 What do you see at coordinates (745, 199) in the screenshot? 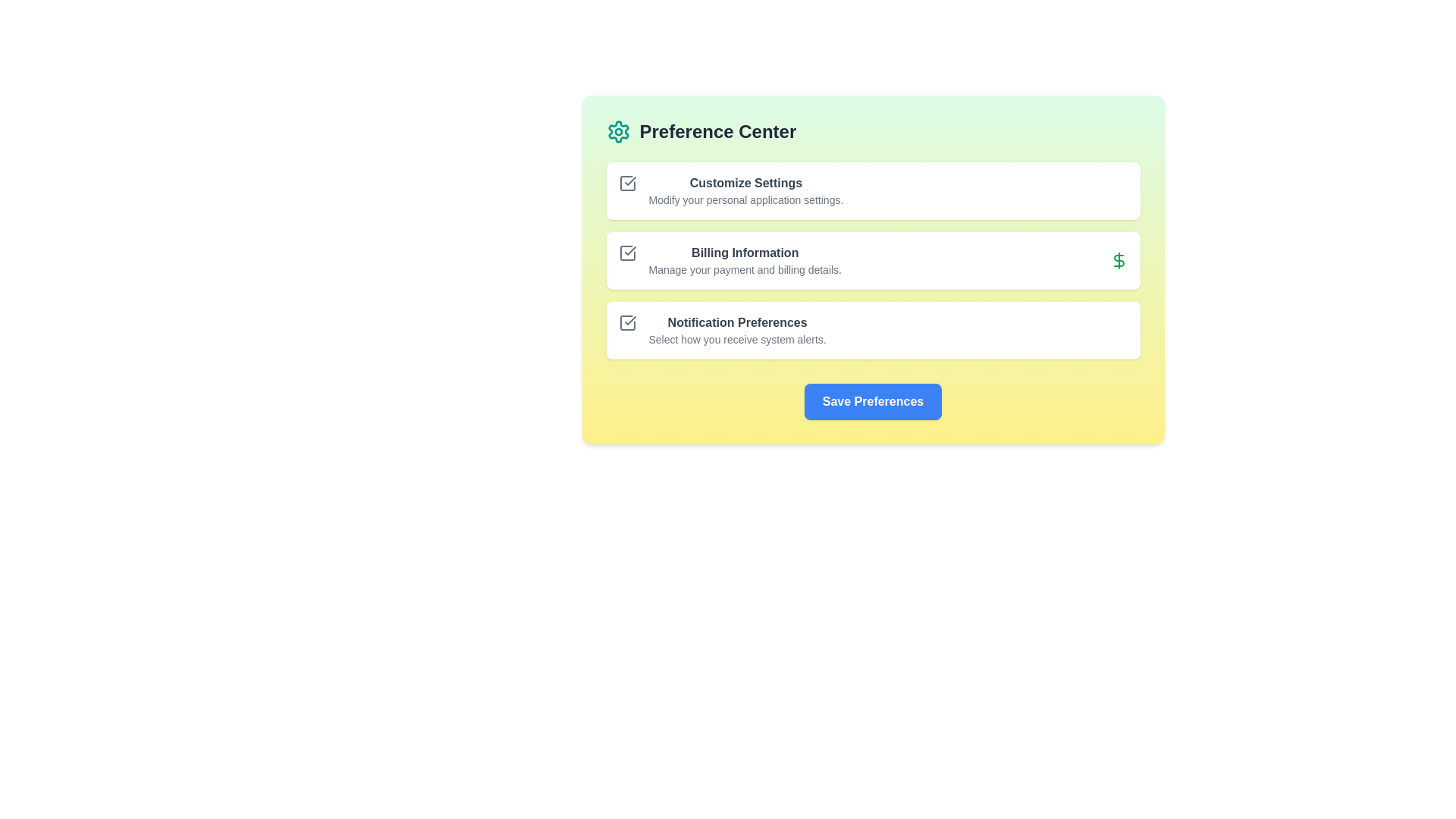
I see `descriptive subtext text label located in the second row of the 'Preference Center' section, directly below 'Customize Settings'` at bounding box center [745, 199].